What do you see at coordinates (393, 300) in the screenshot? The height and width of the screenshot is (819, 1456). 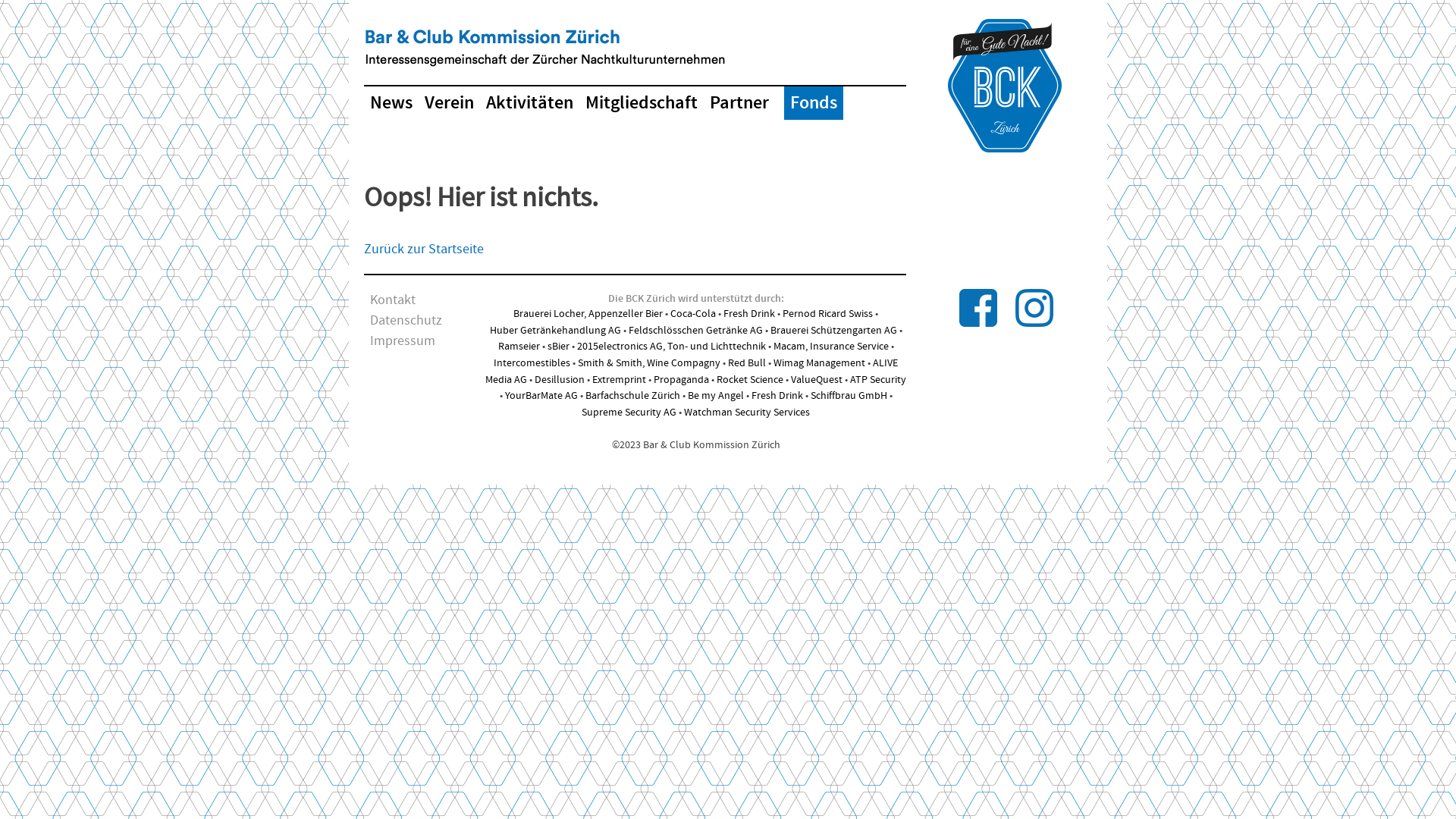 I see `'Kontakt'` at bounding box center [393, 300].